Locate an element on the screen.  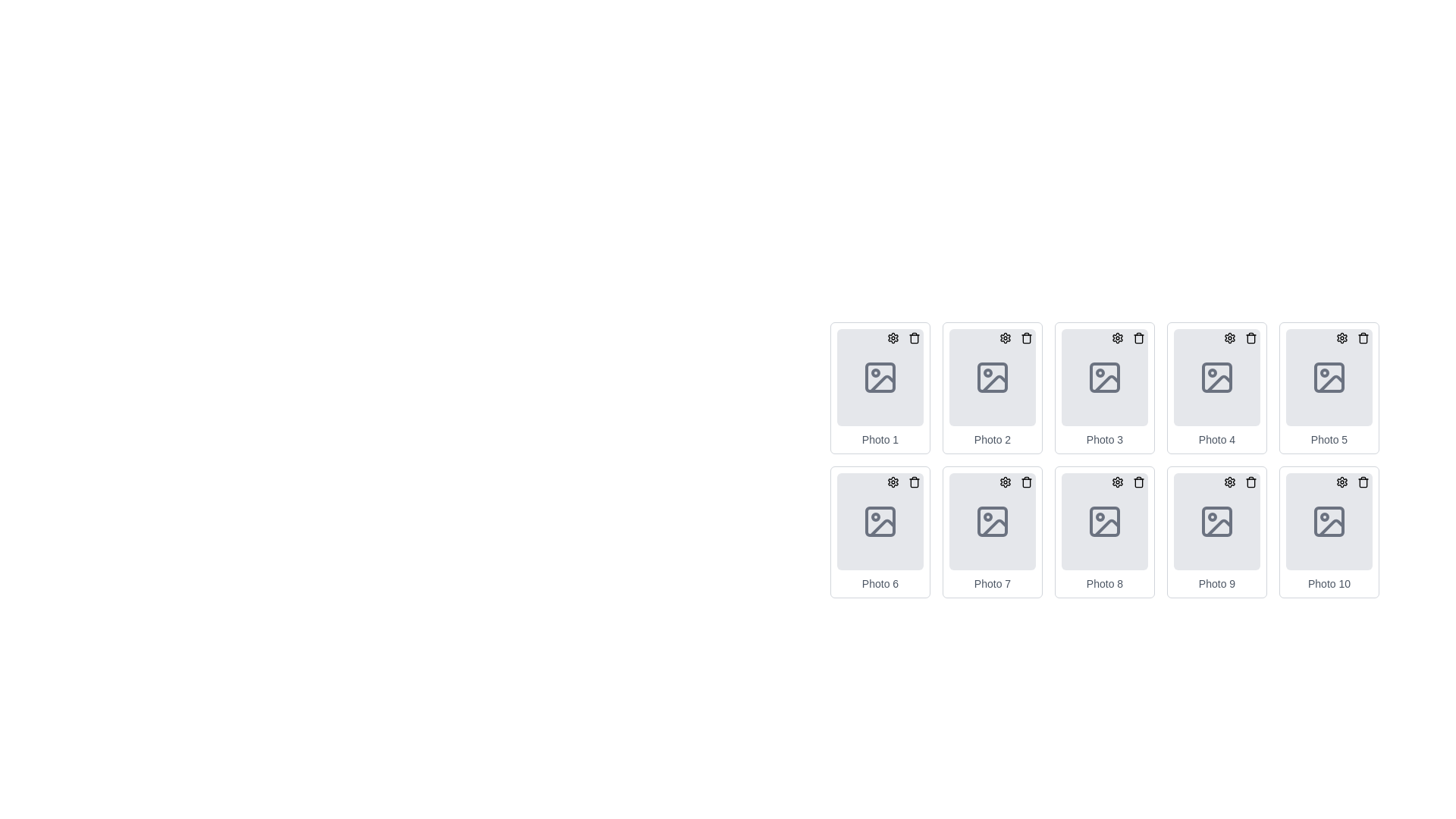
the trash icon button located in the top-right corner of the 'Photo 10' card is located at coordinates (1363, 482).